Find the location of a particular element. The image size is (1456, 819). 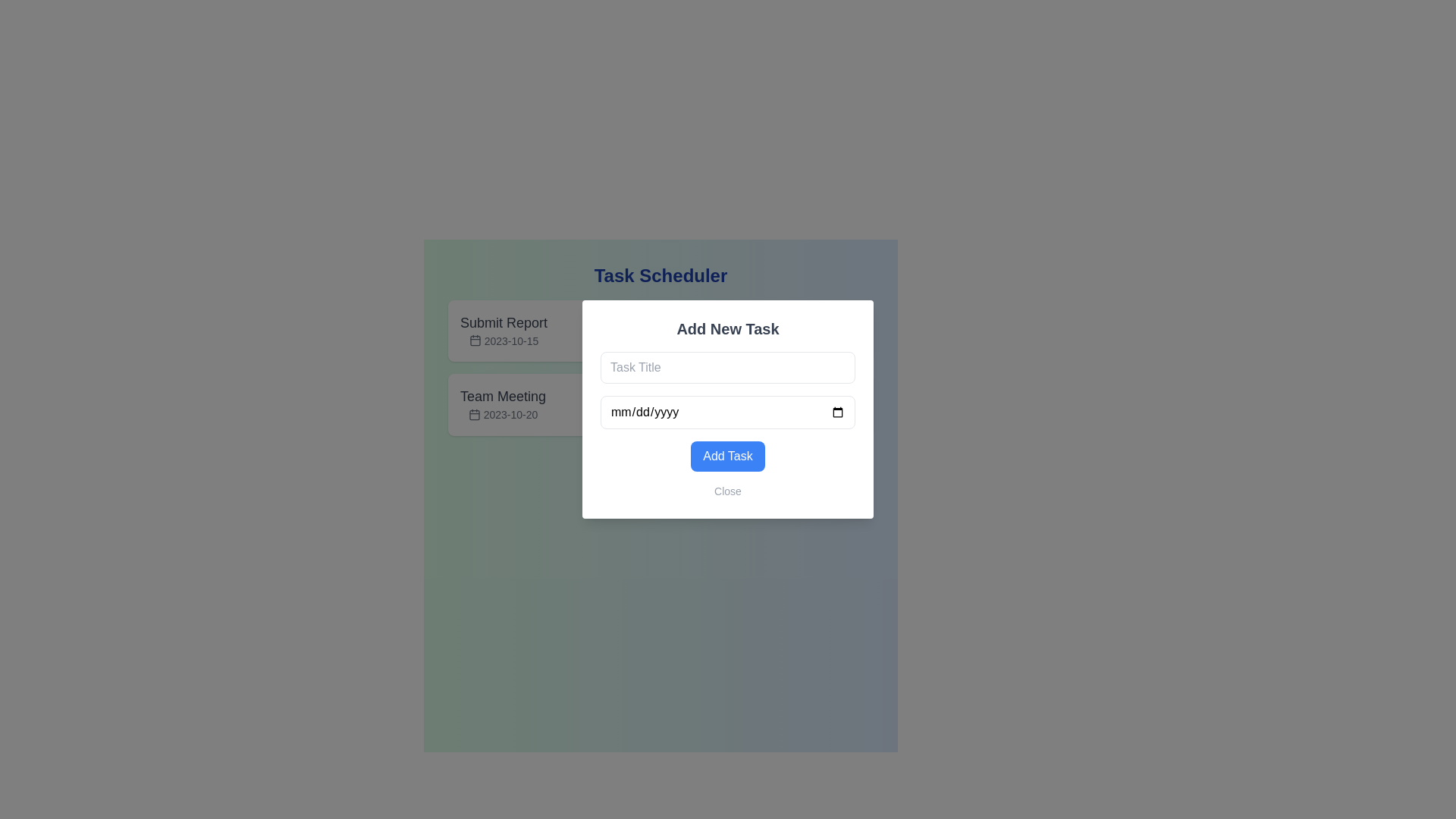

the text label displaying the date associated with the task 'Submit Report', which is located immediately below the 'Submit Report' title is located at coordinates (504, 341).